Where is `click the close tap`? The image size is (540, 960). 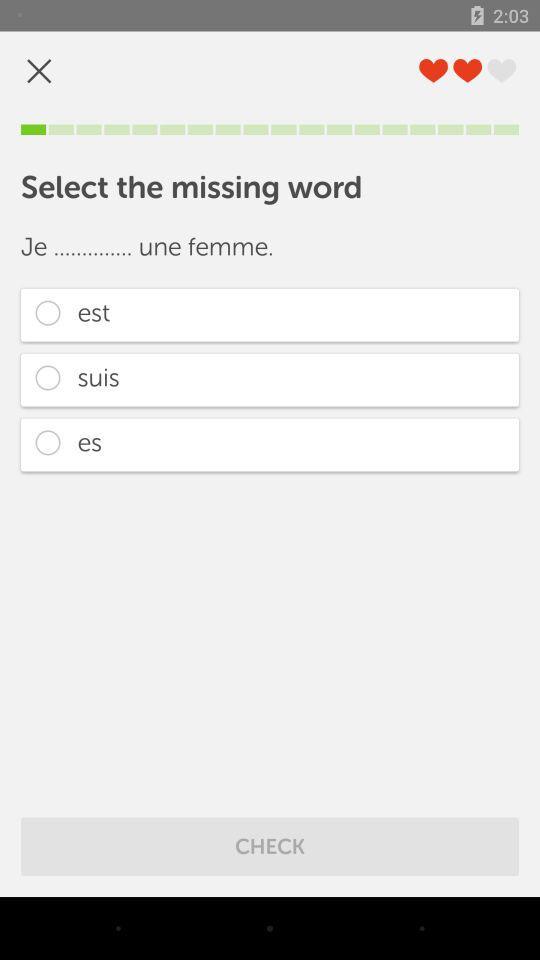 click the close tap is located at coordinates (39, 71).